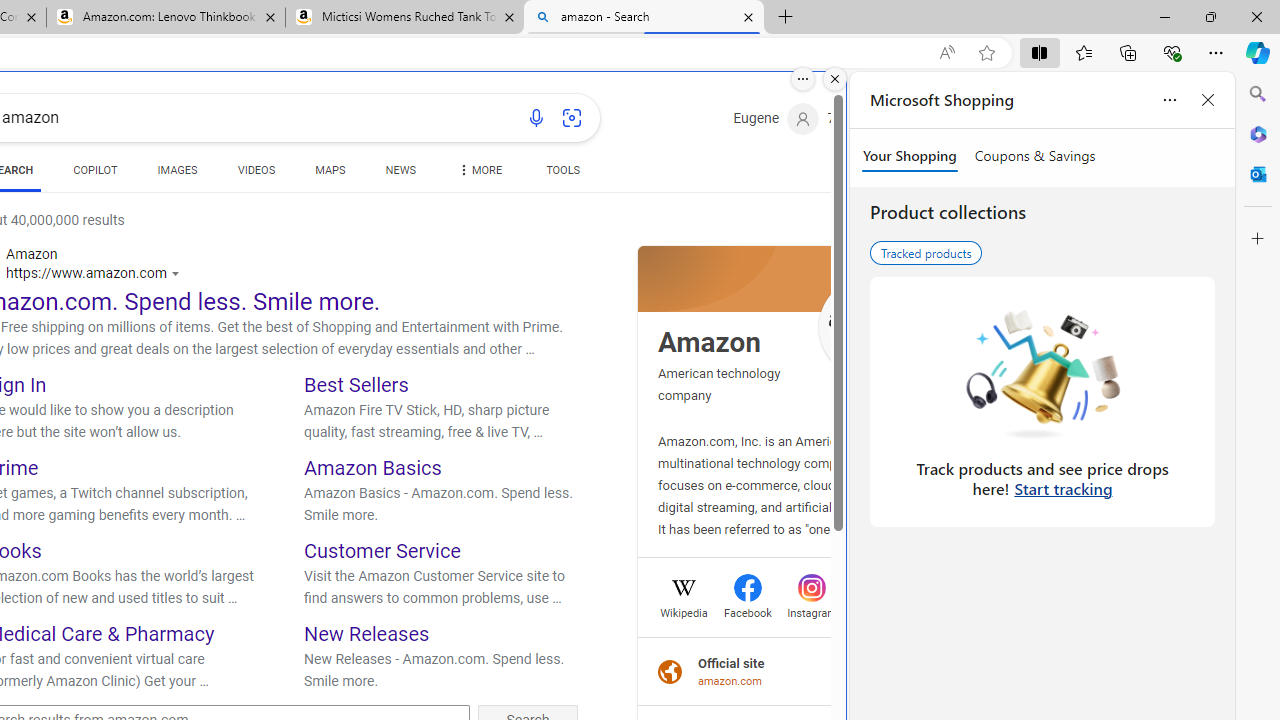  I want to click on 'Outlook', so click(1257, 173).